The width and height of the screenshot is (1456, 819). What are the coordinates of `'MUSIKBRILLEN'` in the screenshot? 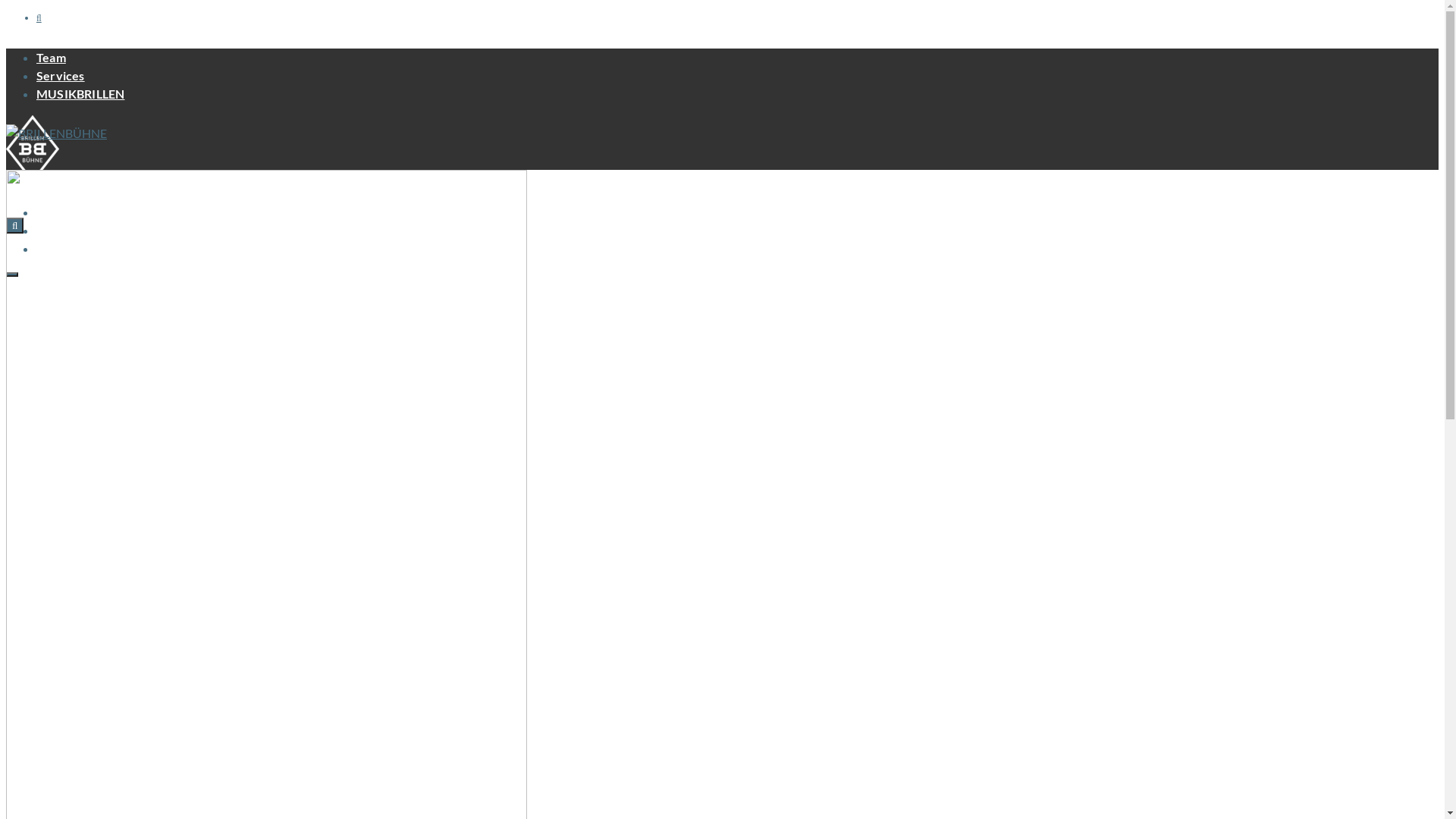 It's located at (79, 93).